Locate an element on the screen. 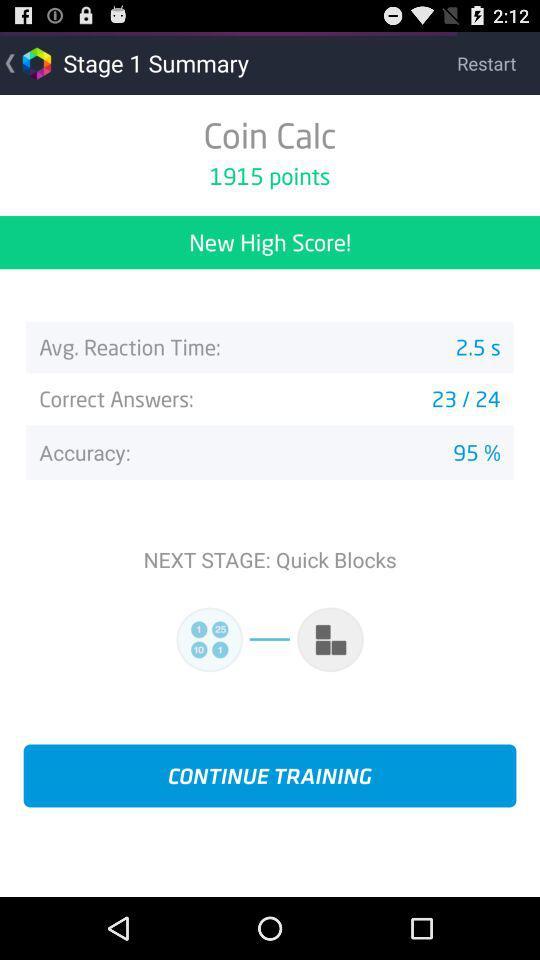 The image size is (540, 960). the button at the bottom is located at coordinates (270, 774).